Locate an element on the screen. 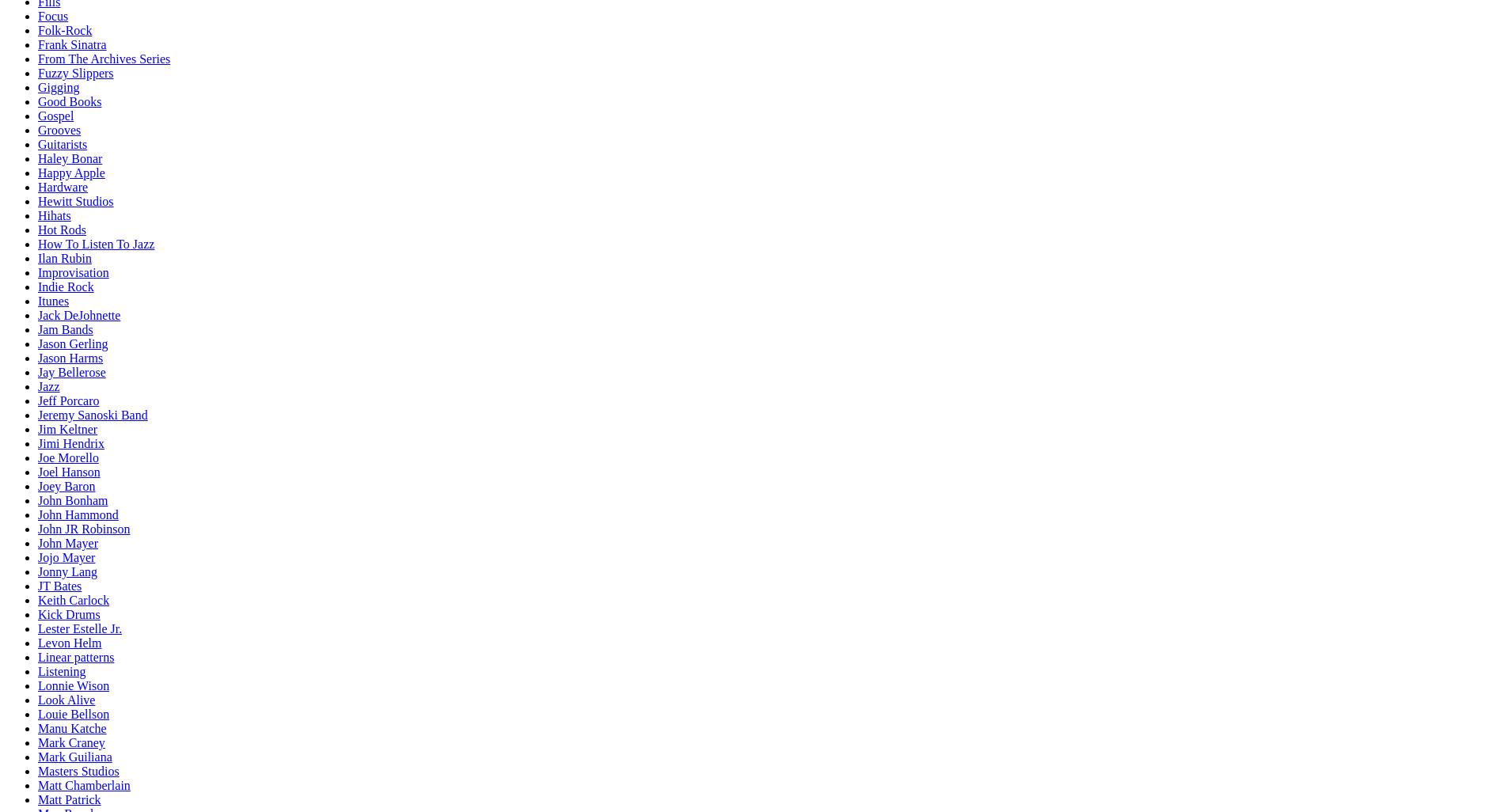  'Joe Morello' is located at coordinates (68, 457).